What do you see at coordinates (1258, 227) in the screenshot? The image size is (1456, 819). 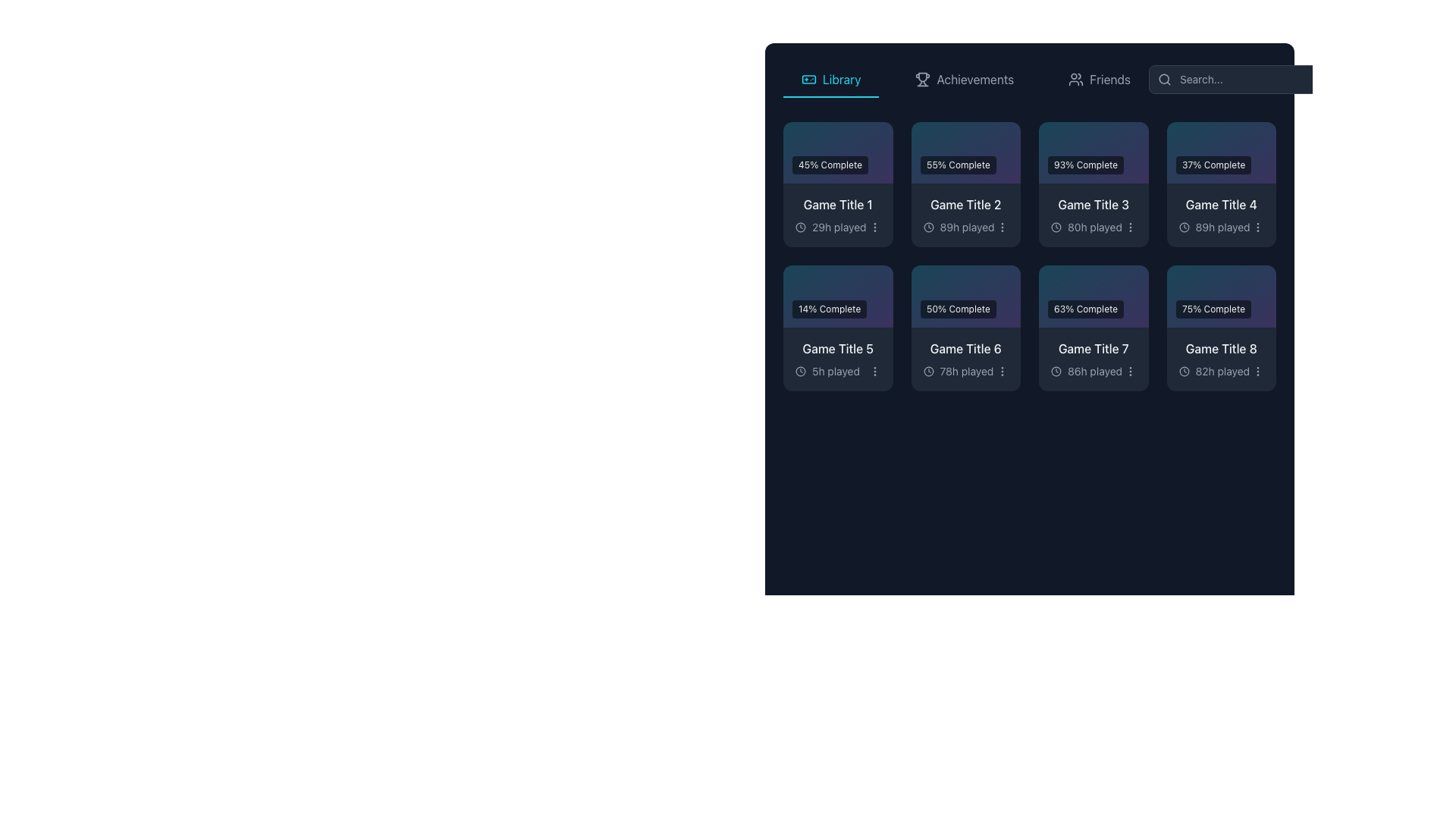 I see `the vertical ellipsis icon next to '89h played' in the row for 'Game Title 4'` at bounding box center [1258, 227].